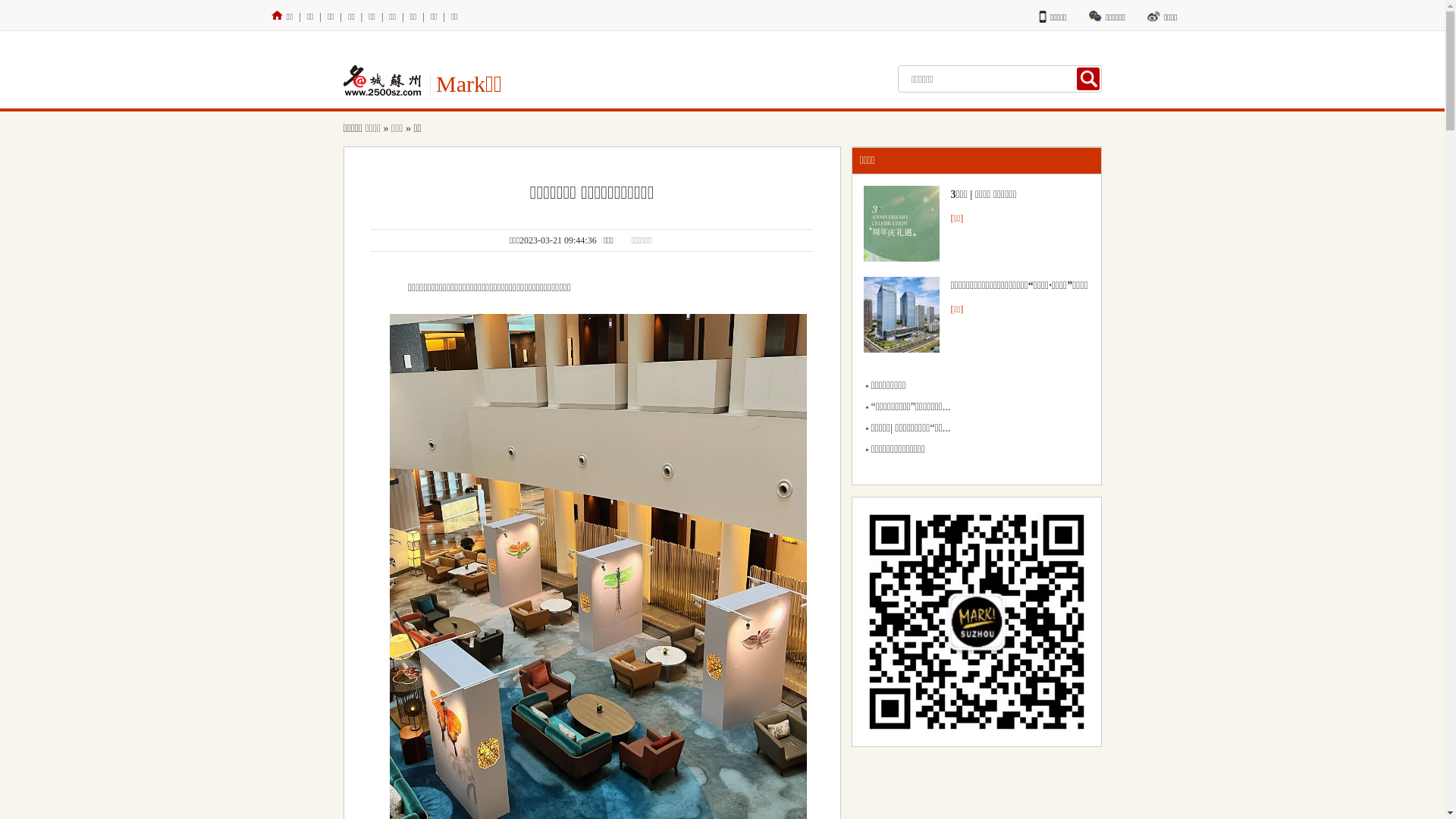  Describe the element at coordinates (1087, 79) in the screenshot. I see `' '` at that location.